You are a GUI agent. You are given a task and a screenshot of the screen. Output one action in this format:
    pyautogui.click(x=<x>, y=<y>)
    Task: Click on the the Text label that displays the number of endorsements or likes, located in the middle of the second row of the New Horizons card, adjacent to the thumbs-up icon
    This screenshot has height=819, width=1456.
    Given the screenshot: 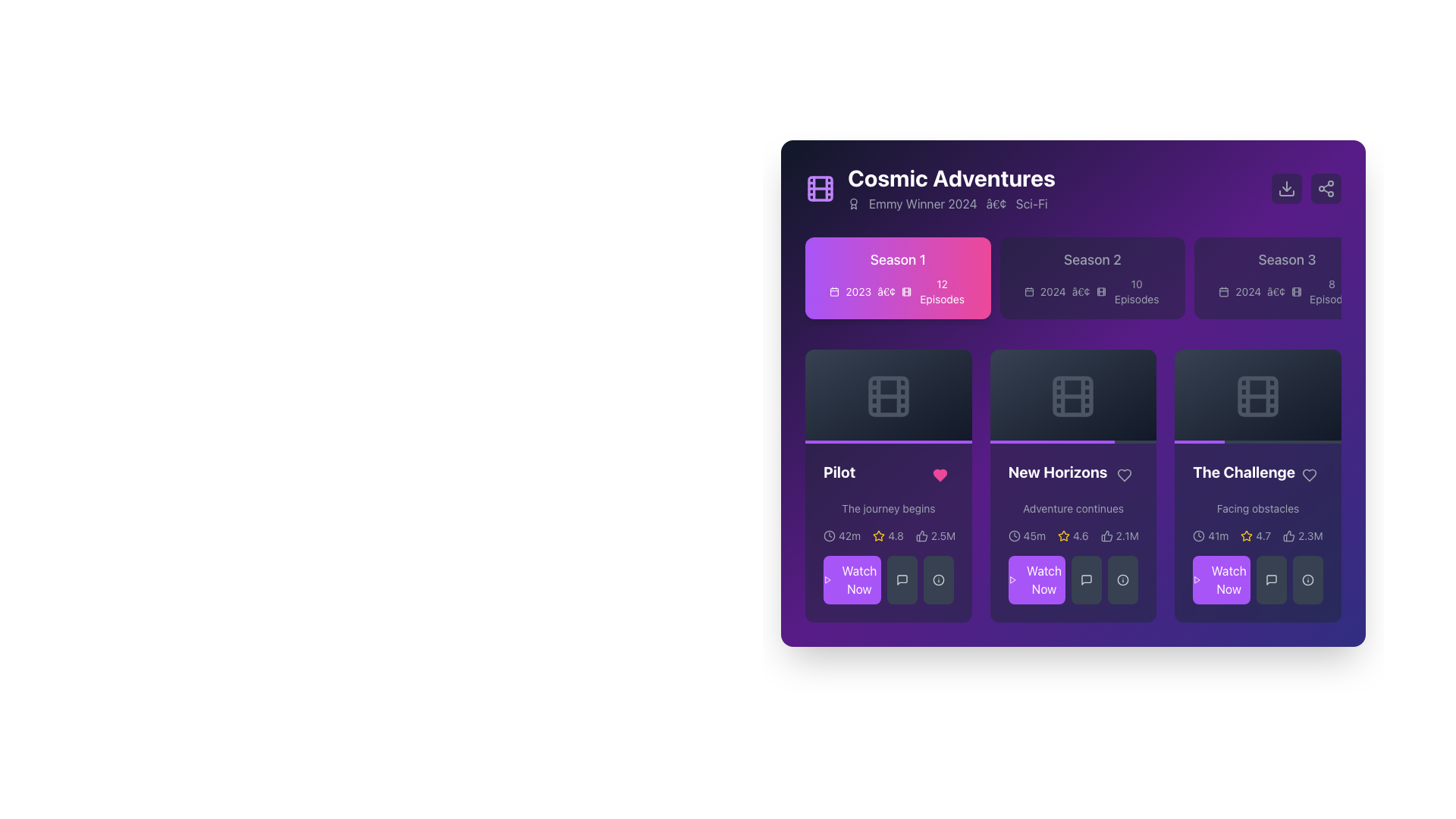 What is the action you would take?
    pyautogui.click(x=1127, y=535)
    